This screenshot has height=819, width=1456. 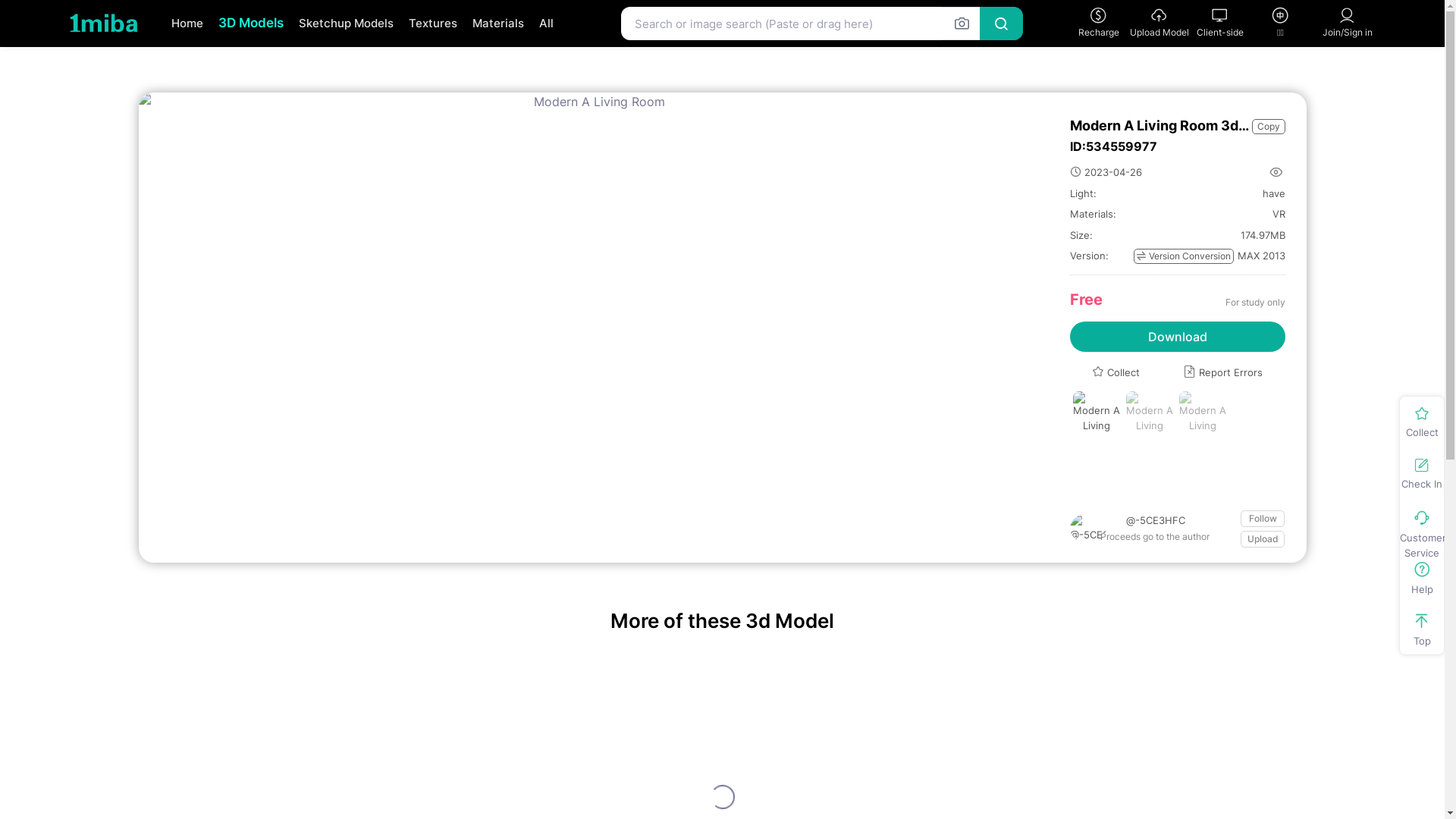 What do you see at coordinates (186, 24) in the screenshot?
I see `'Home'` at bounding box center [186, 24].